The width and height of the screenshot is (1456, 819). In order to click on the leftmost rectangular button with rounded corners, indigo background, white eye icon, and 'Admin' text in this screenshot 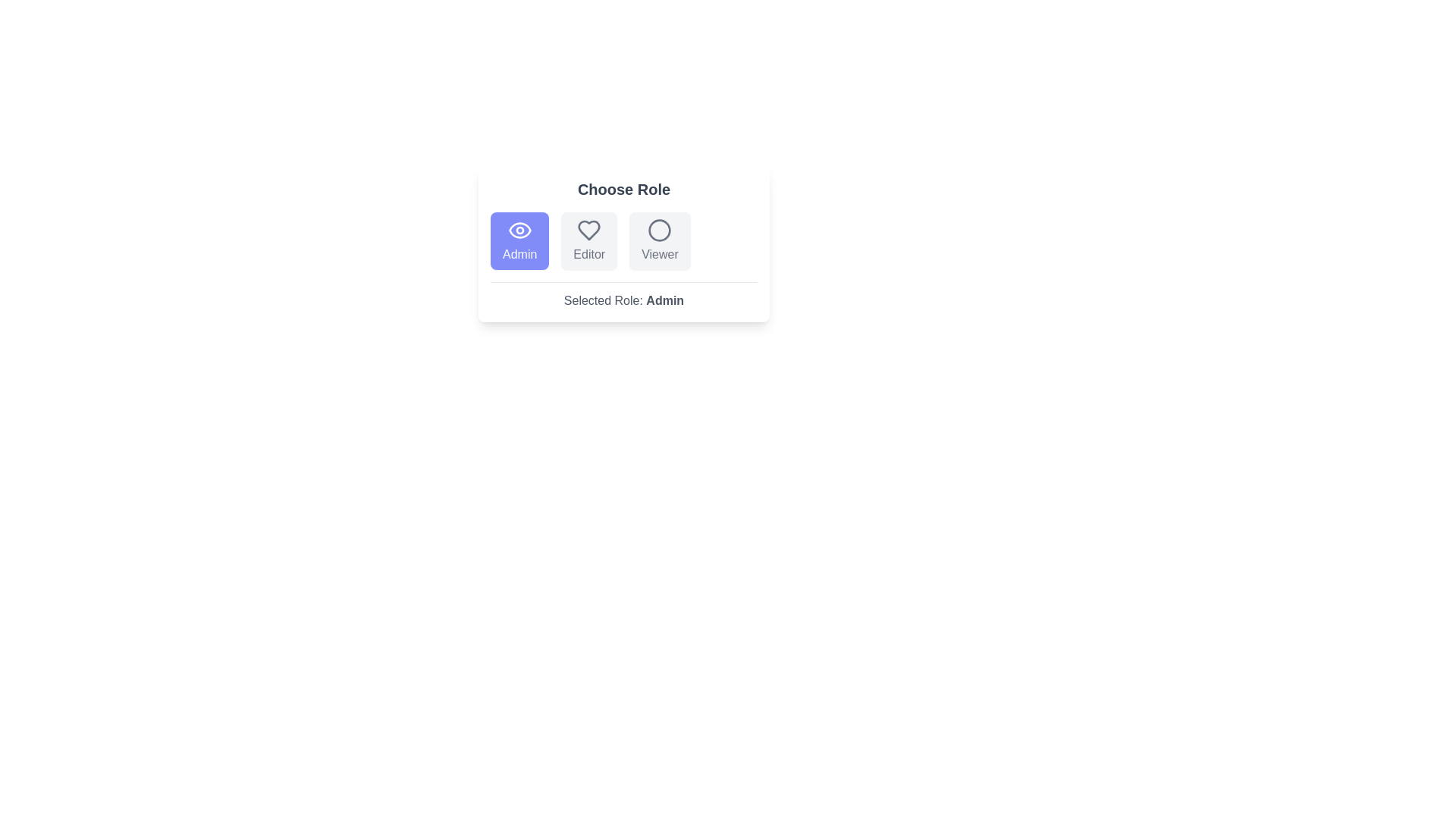, I will do `click(519, 240)`.